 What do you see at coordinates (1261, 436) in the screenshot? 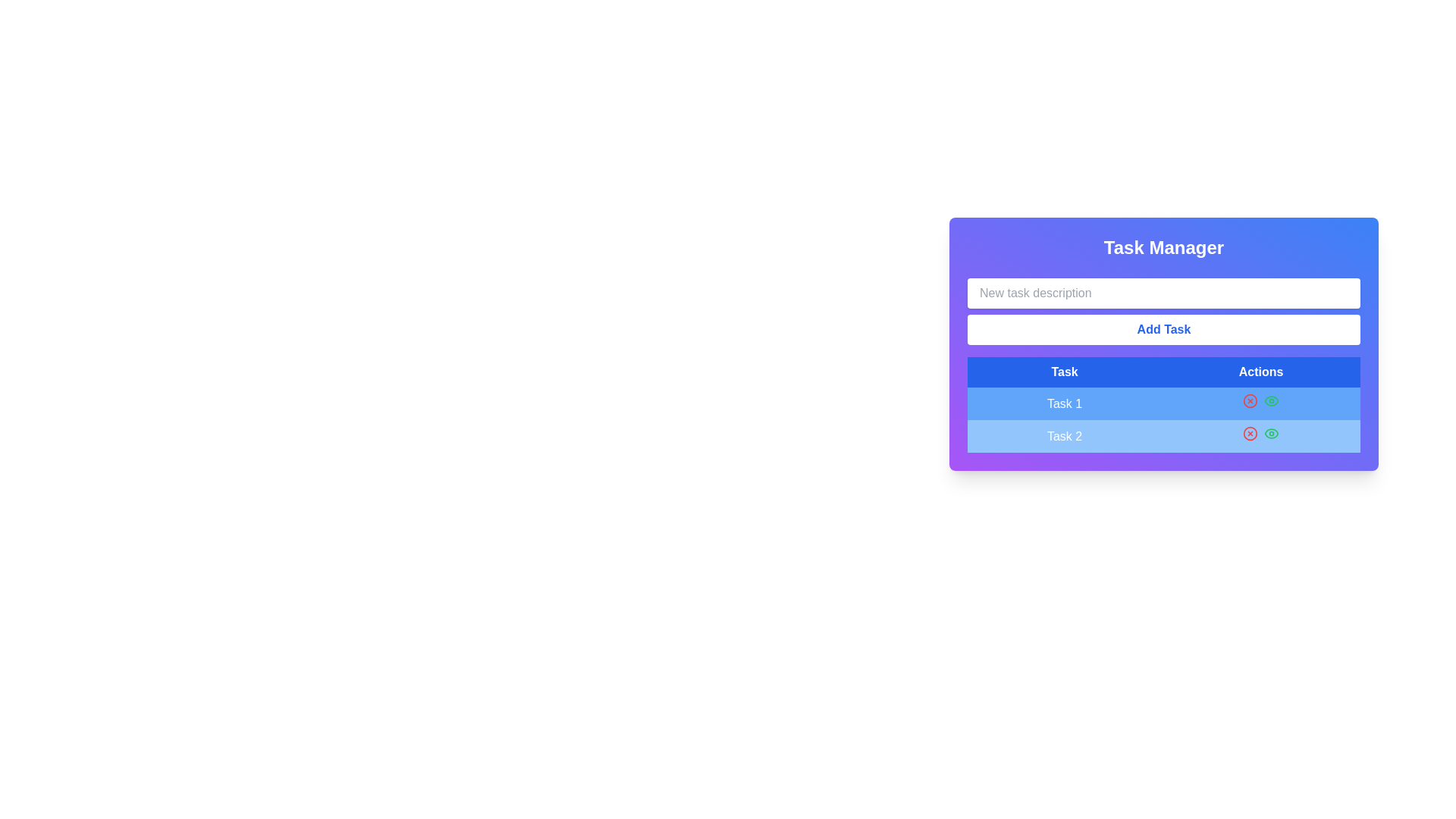
I see `the green visibility icon in the Actions column of the table` at bounding box center [1261, 436].